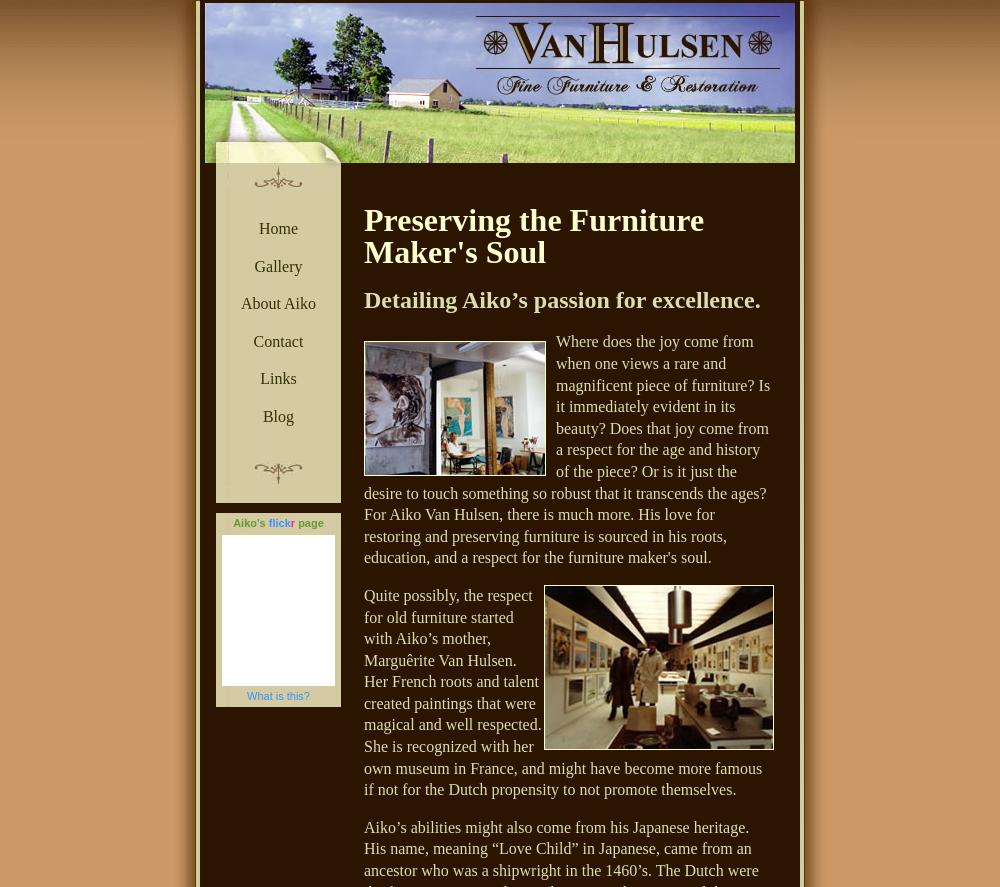  Describe the element at coordinates (363, 299) in the screenshot. I see `'Detailing Aiko’s passion for excellence.'` at that location.